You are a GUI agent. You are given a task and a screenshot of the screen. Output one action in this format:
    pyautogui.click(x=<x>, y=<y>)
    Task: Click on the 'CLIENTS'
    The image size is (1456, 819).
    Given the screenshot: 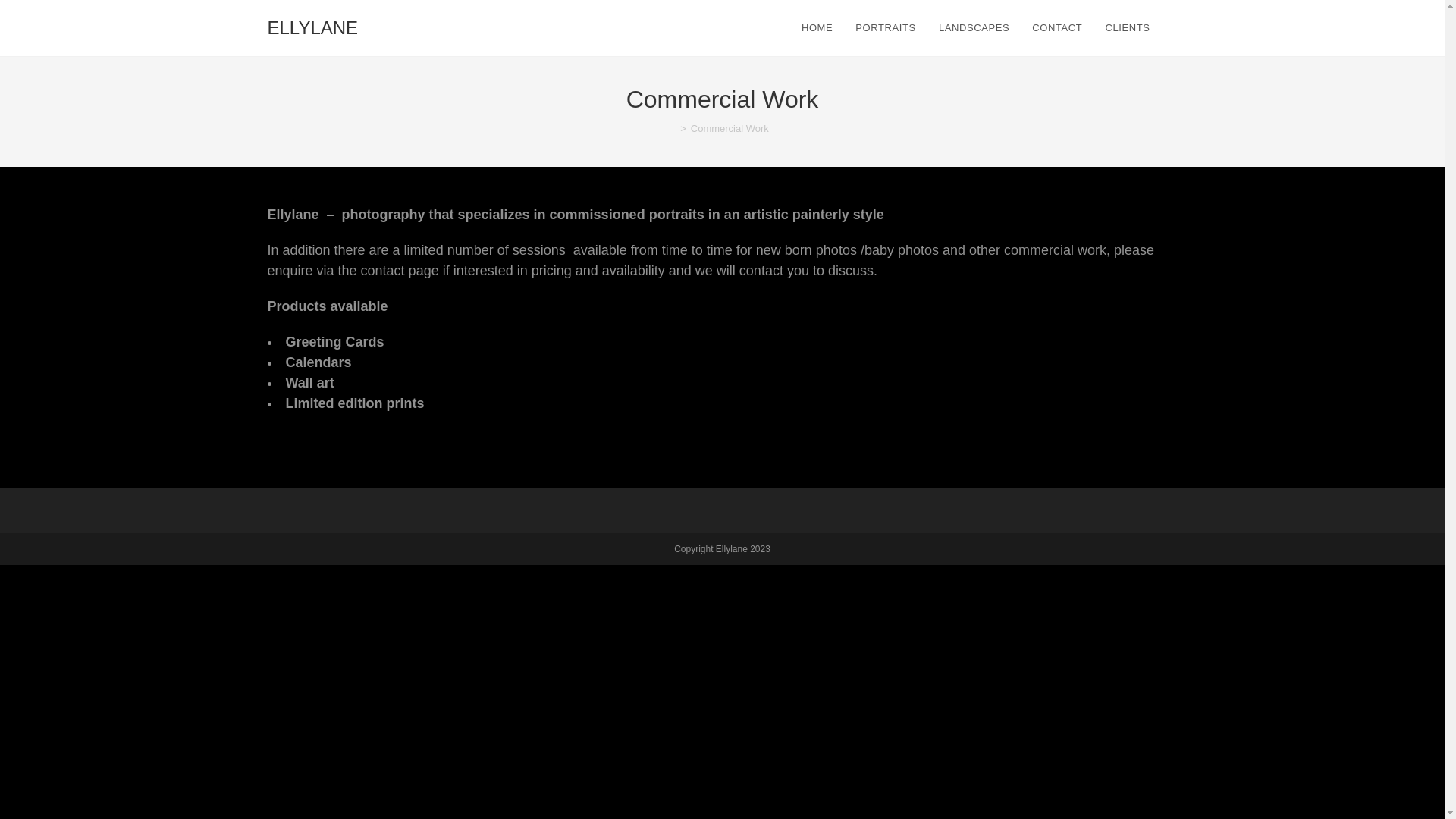 What is the action you would take?
    pyautogui.click(x=1129, y=28)
    